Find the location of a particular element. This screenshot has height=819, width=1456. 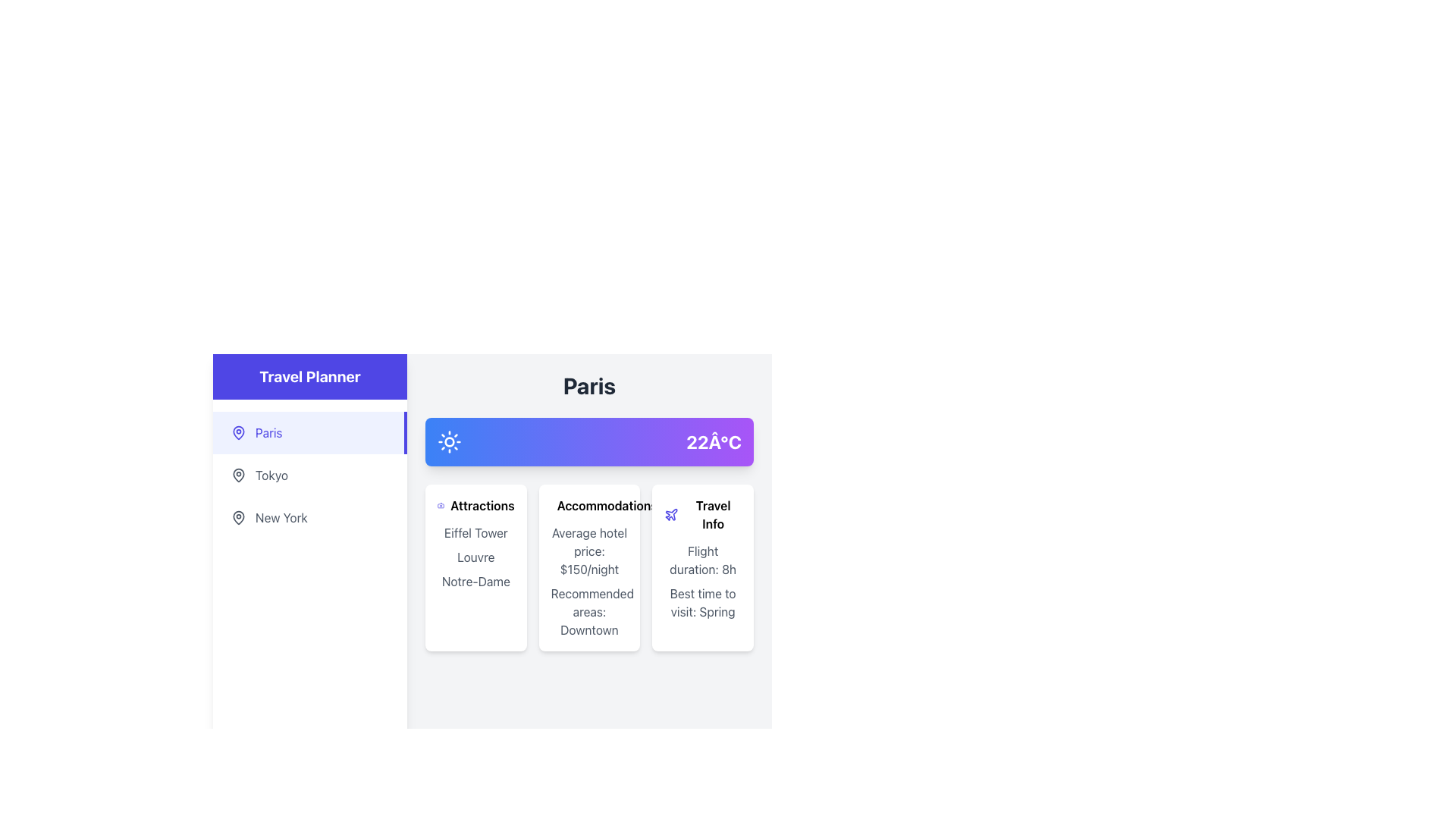

the List Item with Interactive Link labeled 'New York' located in the third position under the 'Travel Planner' section is located at coordinates (309, 516).